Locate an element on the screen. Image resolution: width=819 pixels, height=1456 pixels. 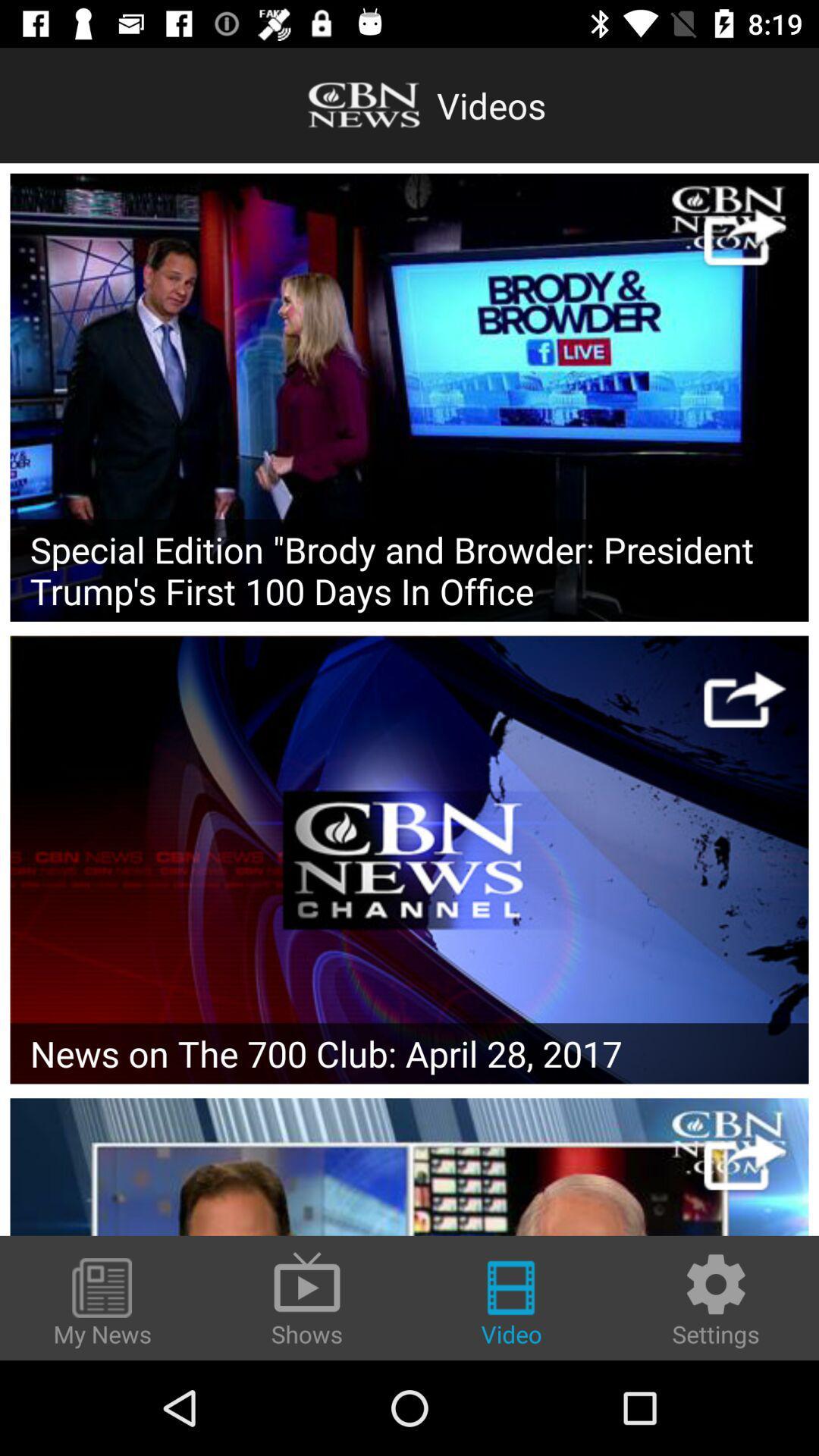
the item to the right of video is located at coordinates (716, 1298).